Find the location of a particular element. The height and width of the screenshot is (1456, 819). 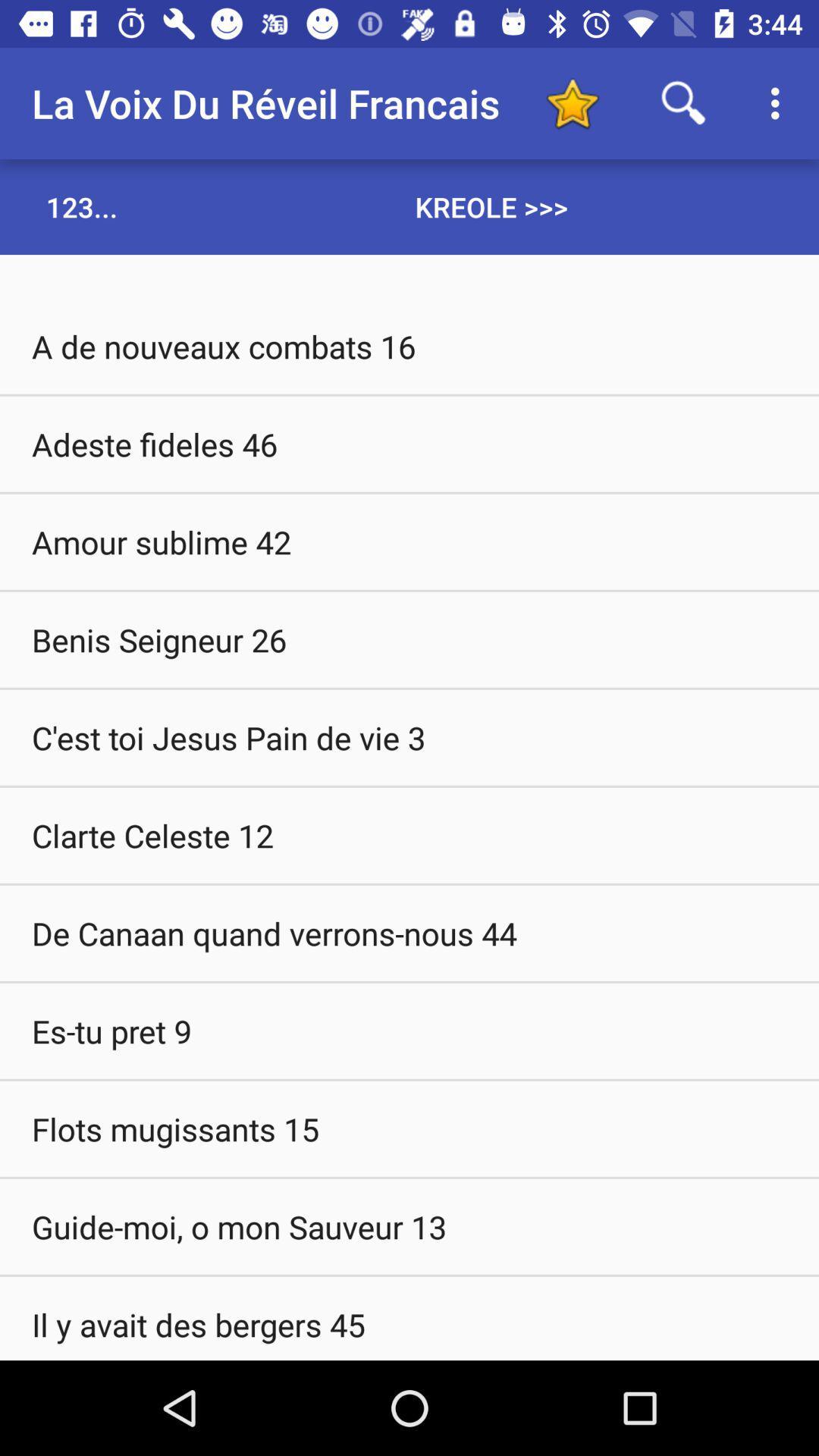

de canaan quand icon is located at coordinates (409, 932).